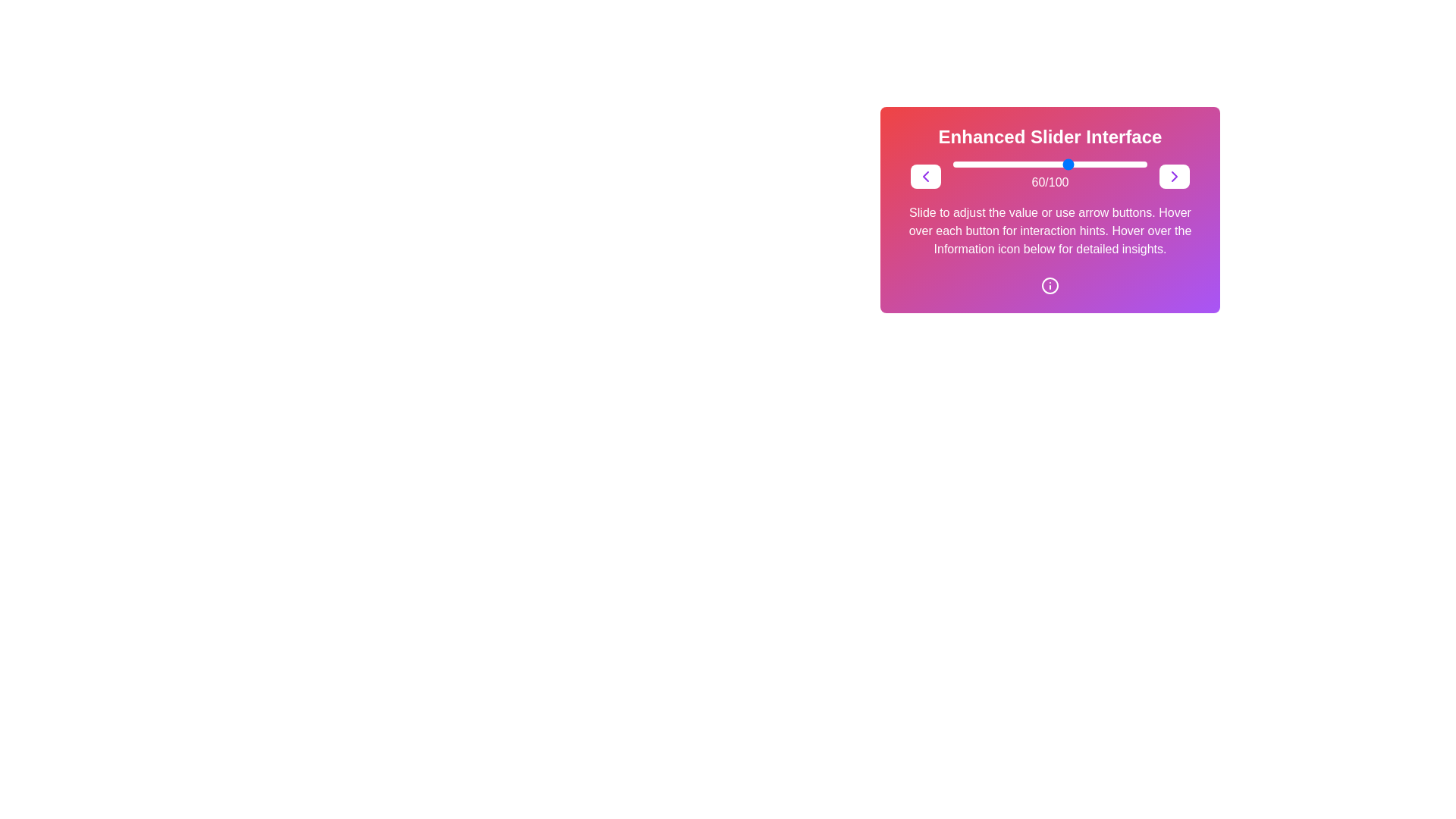 The image size is (1456, 819). Describe the element at coordinates (1059, 164) in the screenshot. I see `the slider` at that location.